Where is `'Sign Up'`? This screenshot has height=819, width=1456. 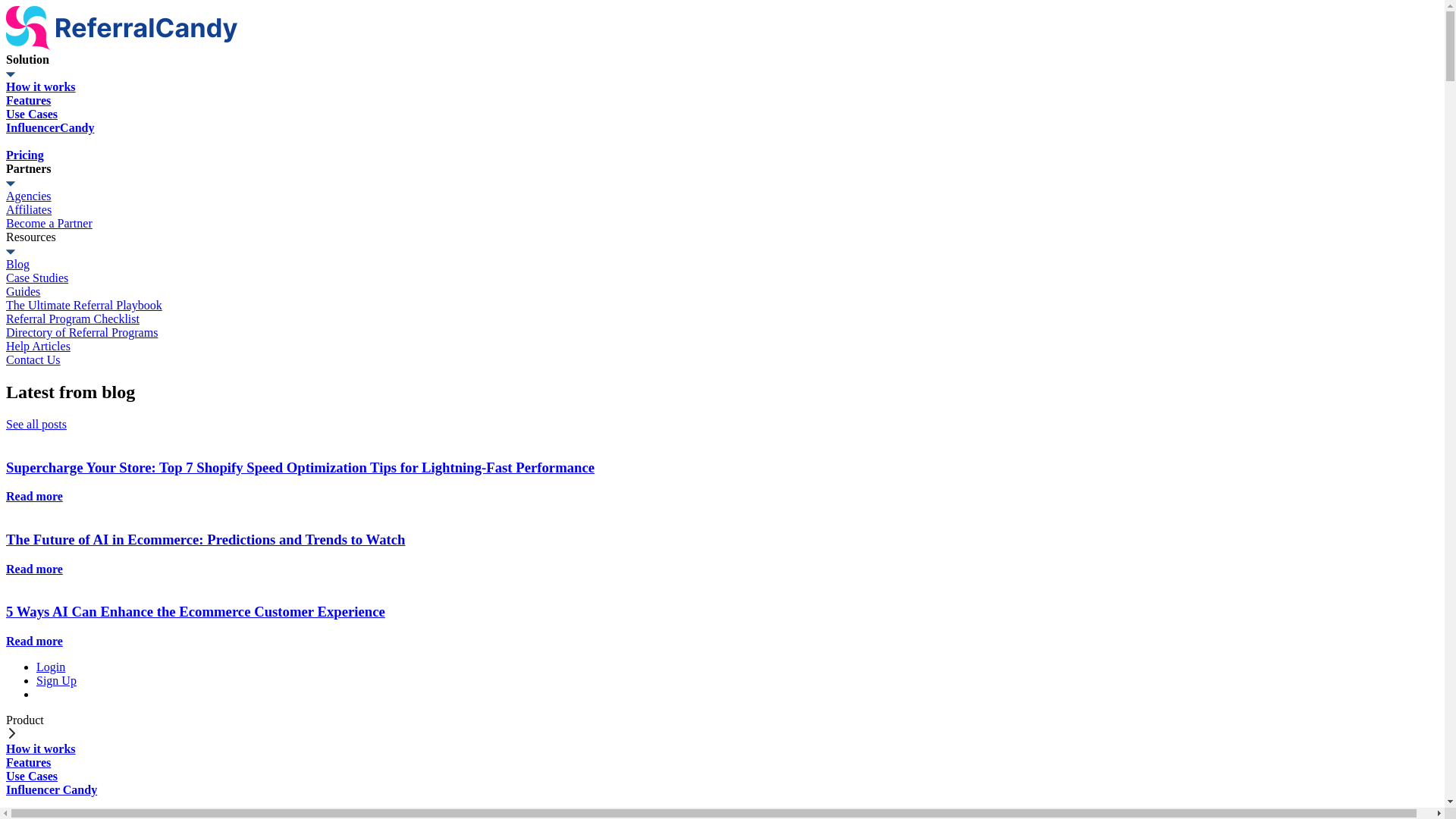
'Sign Up' is located at coordinates (56, 679).